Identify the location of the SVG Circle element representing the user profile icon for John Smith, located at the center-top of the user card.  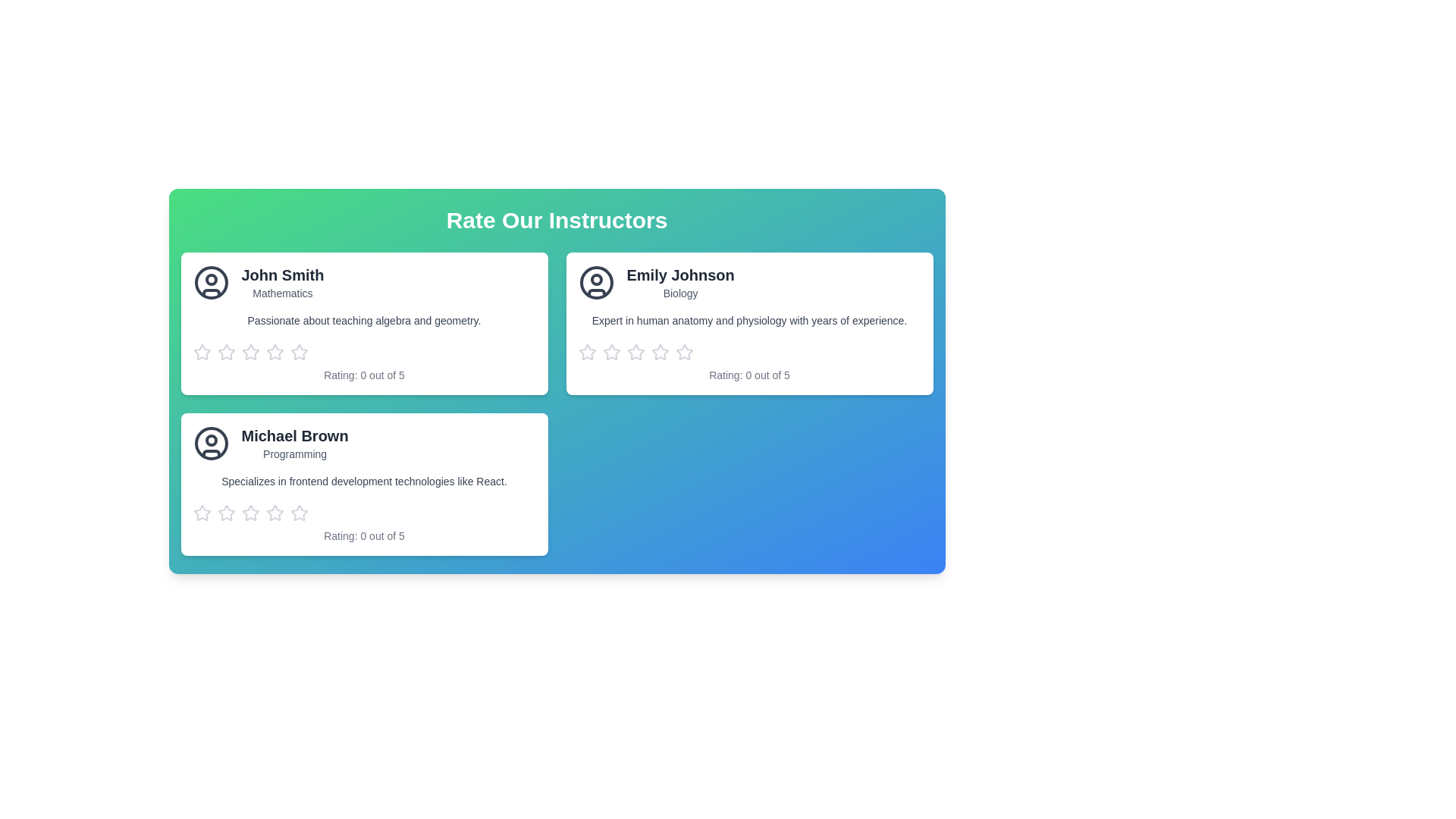
(210, 283).